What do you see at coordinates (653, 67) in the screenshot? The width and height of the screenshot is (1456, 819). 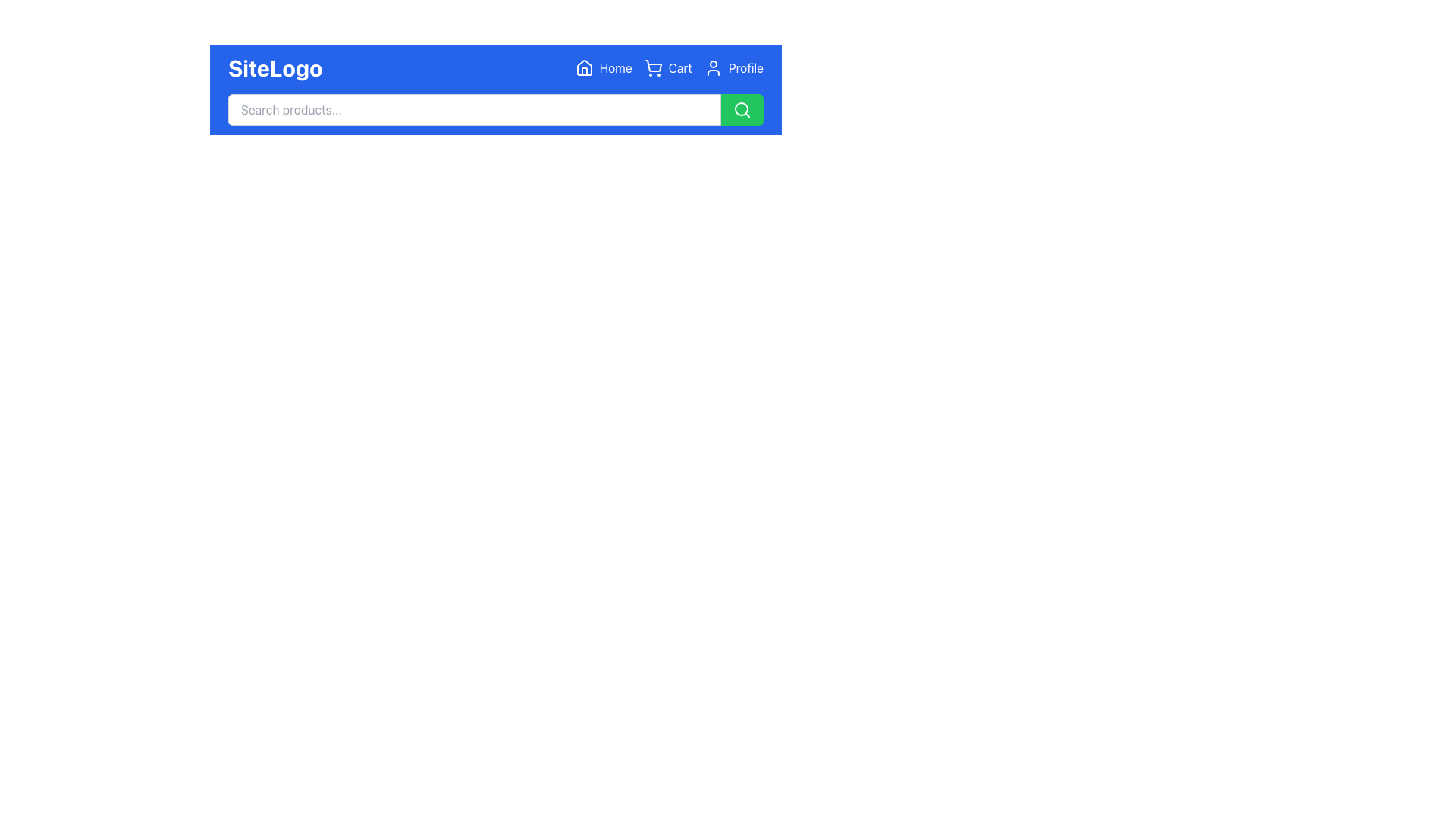 I see `the shopping cart icon located in the top navigation bar` at bounding box center [653, 67].